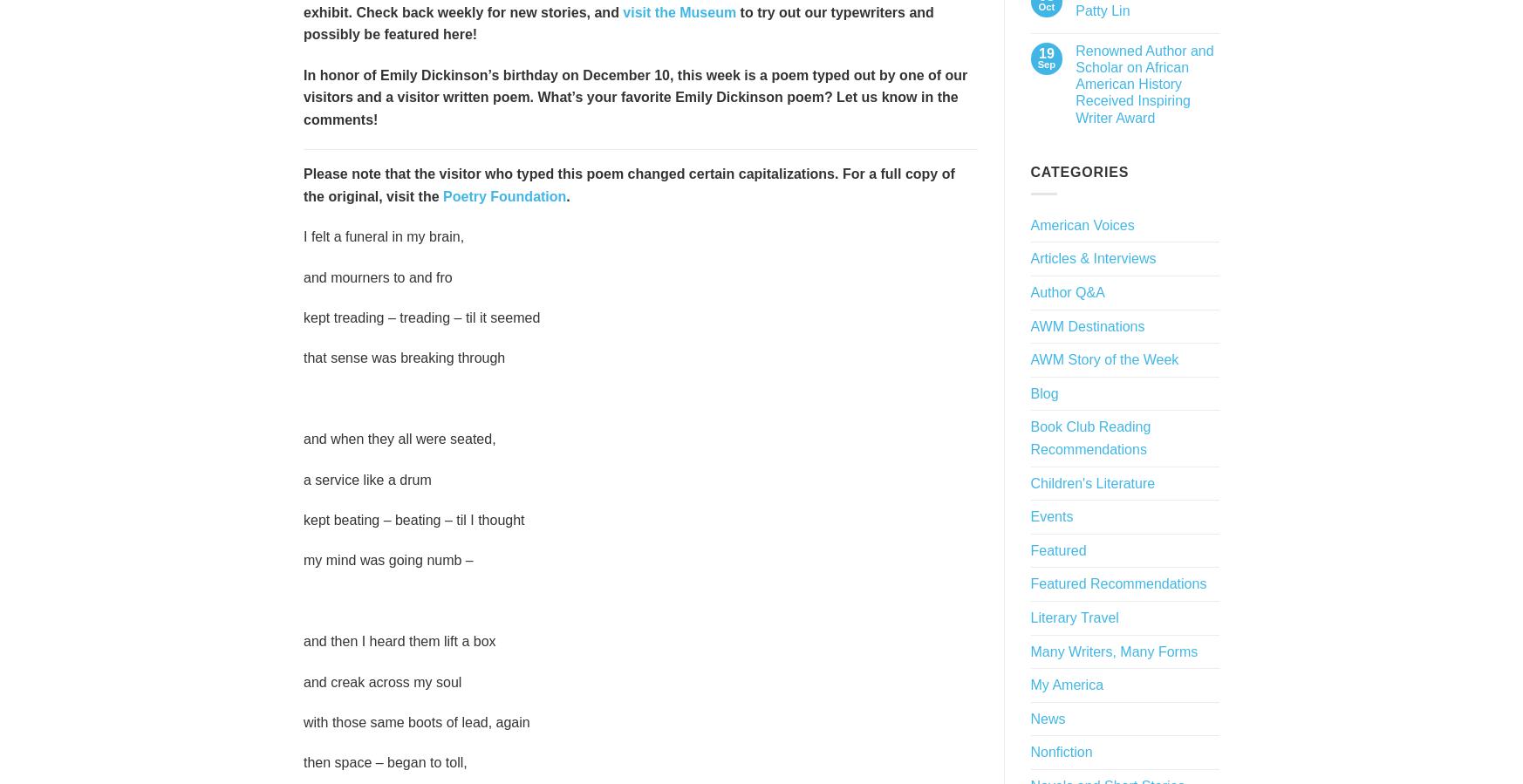 The width and height of the screenshot is (1523, 784). I want to click on 'Please note that the visitor who typed this poem changed certain capitalizations. For a full copy of the original, visit the', so click(627, 184).